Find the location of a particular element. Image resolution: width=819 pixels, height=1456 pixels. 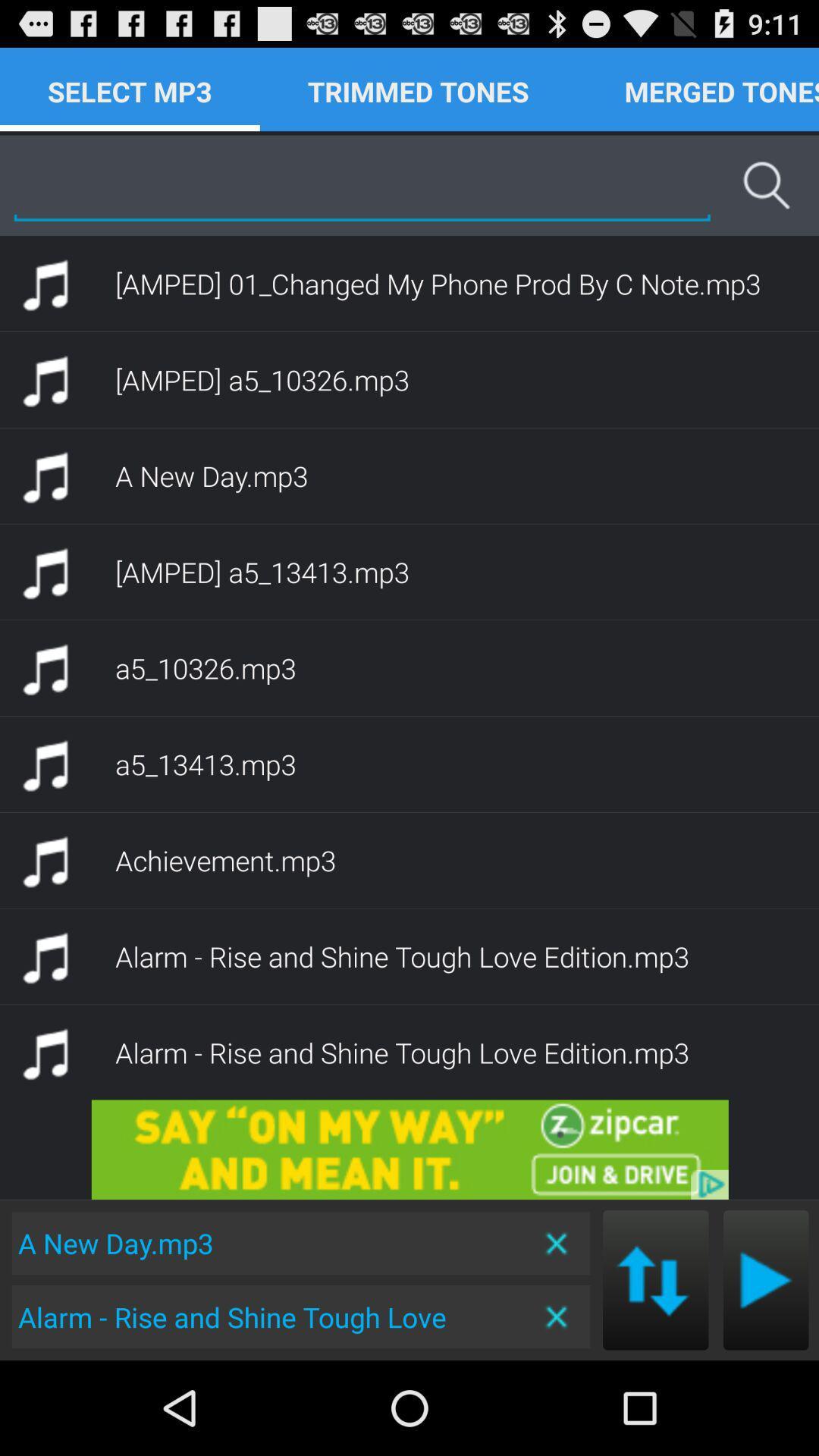

remove is located at coordinates (557, 1243).